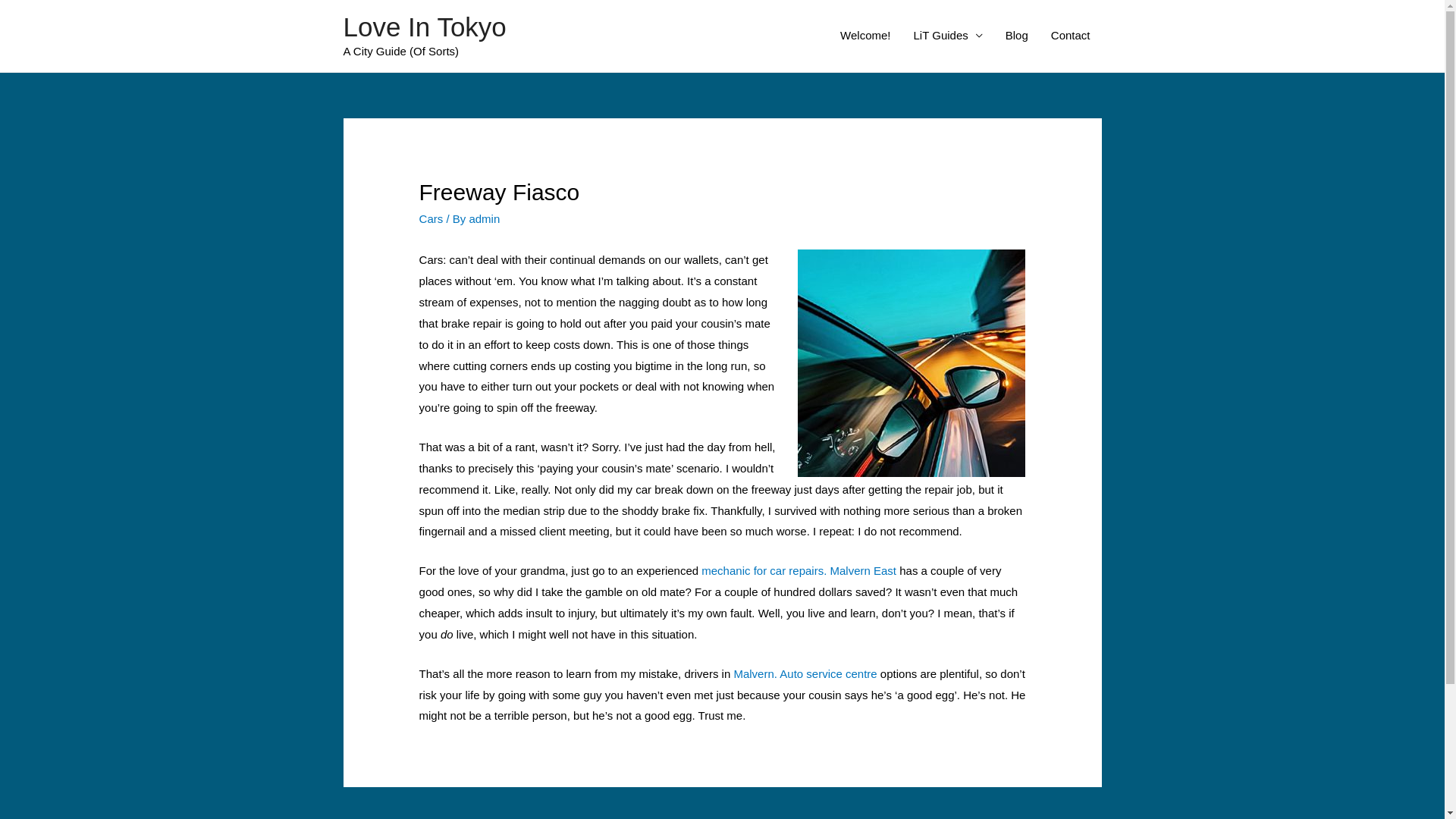  I want to click on 'admin', so click(483, 218).